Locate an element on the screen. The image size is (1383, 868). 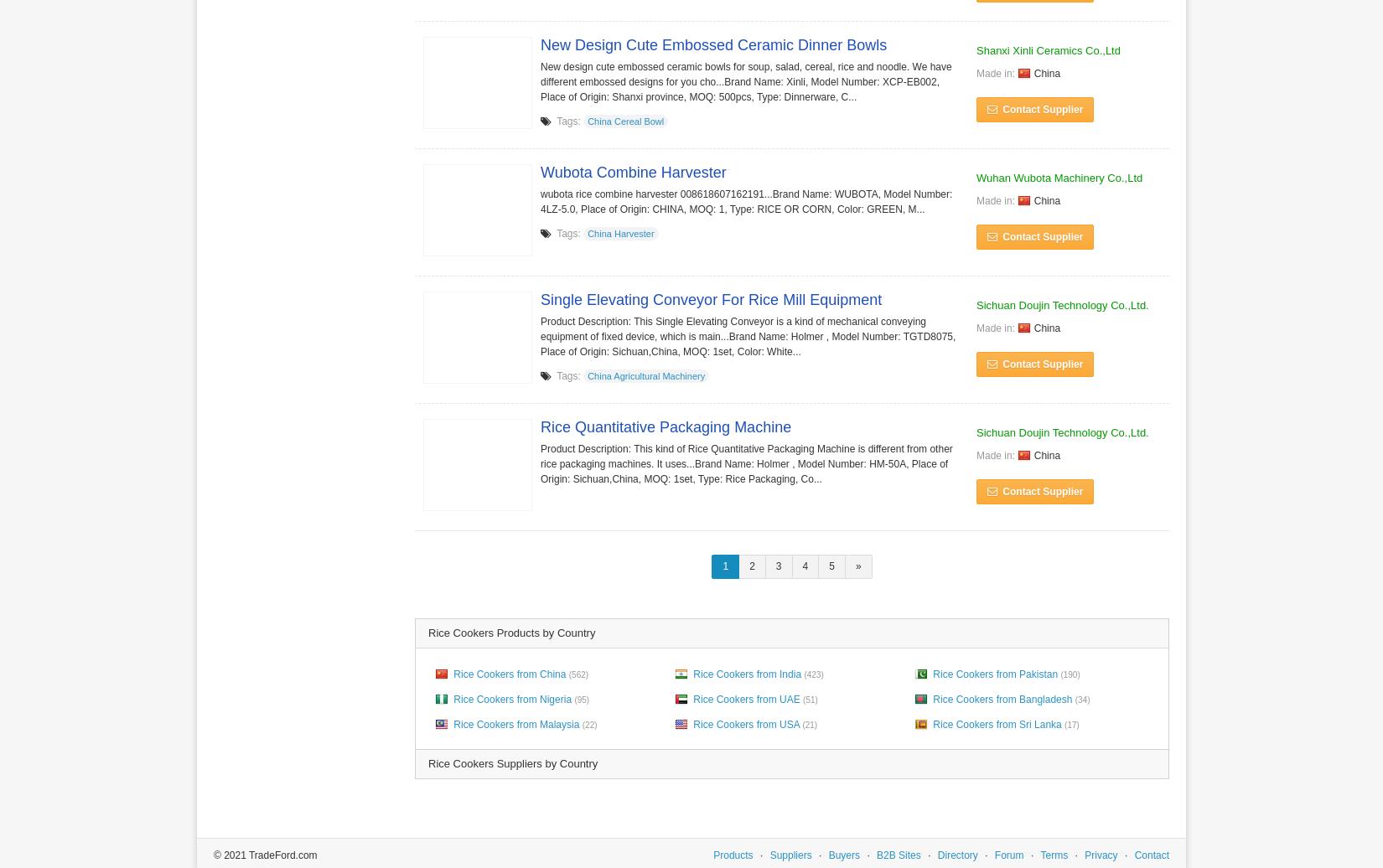
'© 2021 TradeFord.com' is located at coordinates (265, 855).